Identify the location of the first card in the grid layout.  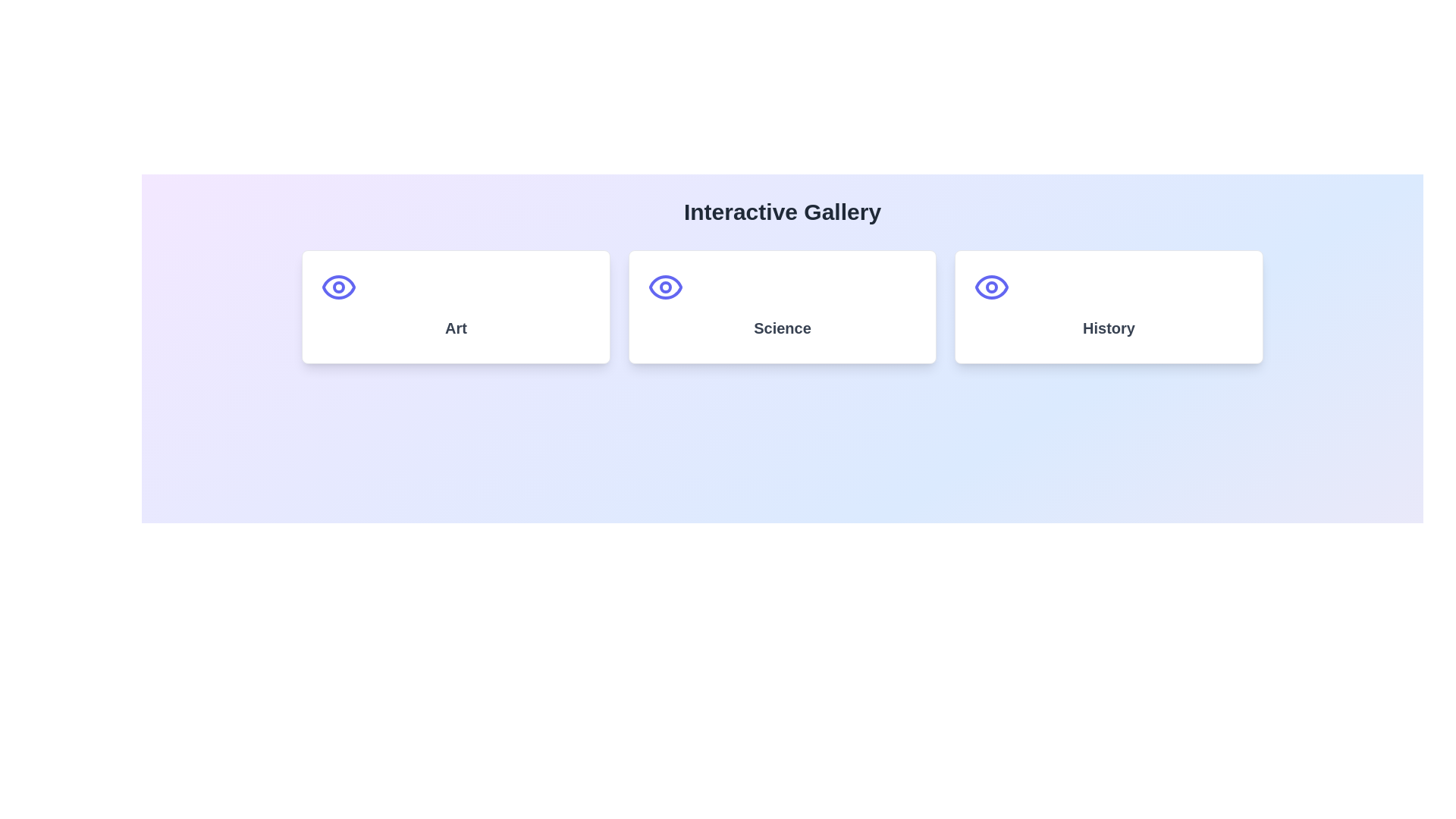
(455, 307).